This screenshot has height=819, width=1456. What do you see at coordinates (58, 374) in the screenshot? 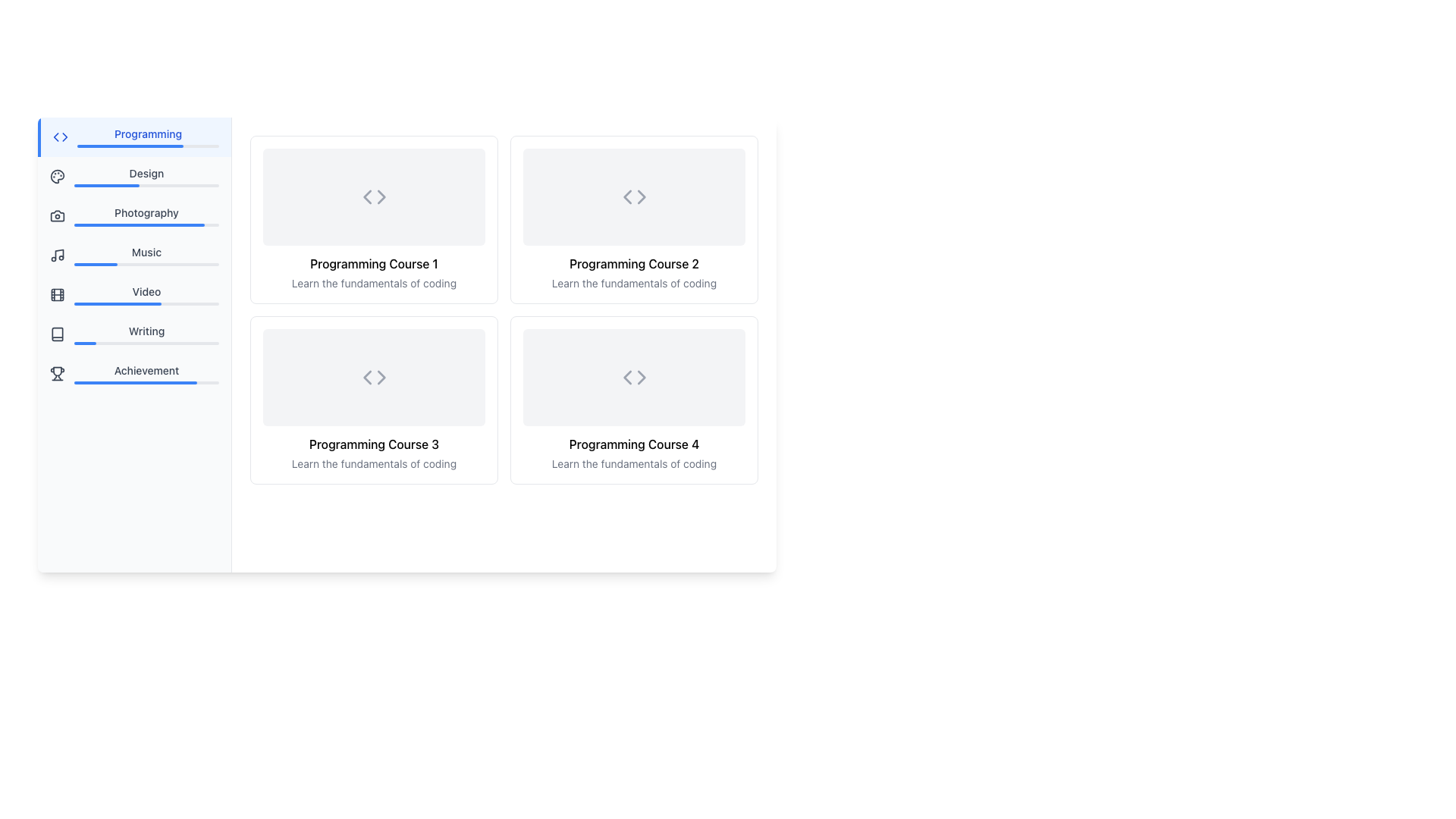
I see `the trophy-shaped icon labeled 'Achievement' located` at bounding box center [58, 374].